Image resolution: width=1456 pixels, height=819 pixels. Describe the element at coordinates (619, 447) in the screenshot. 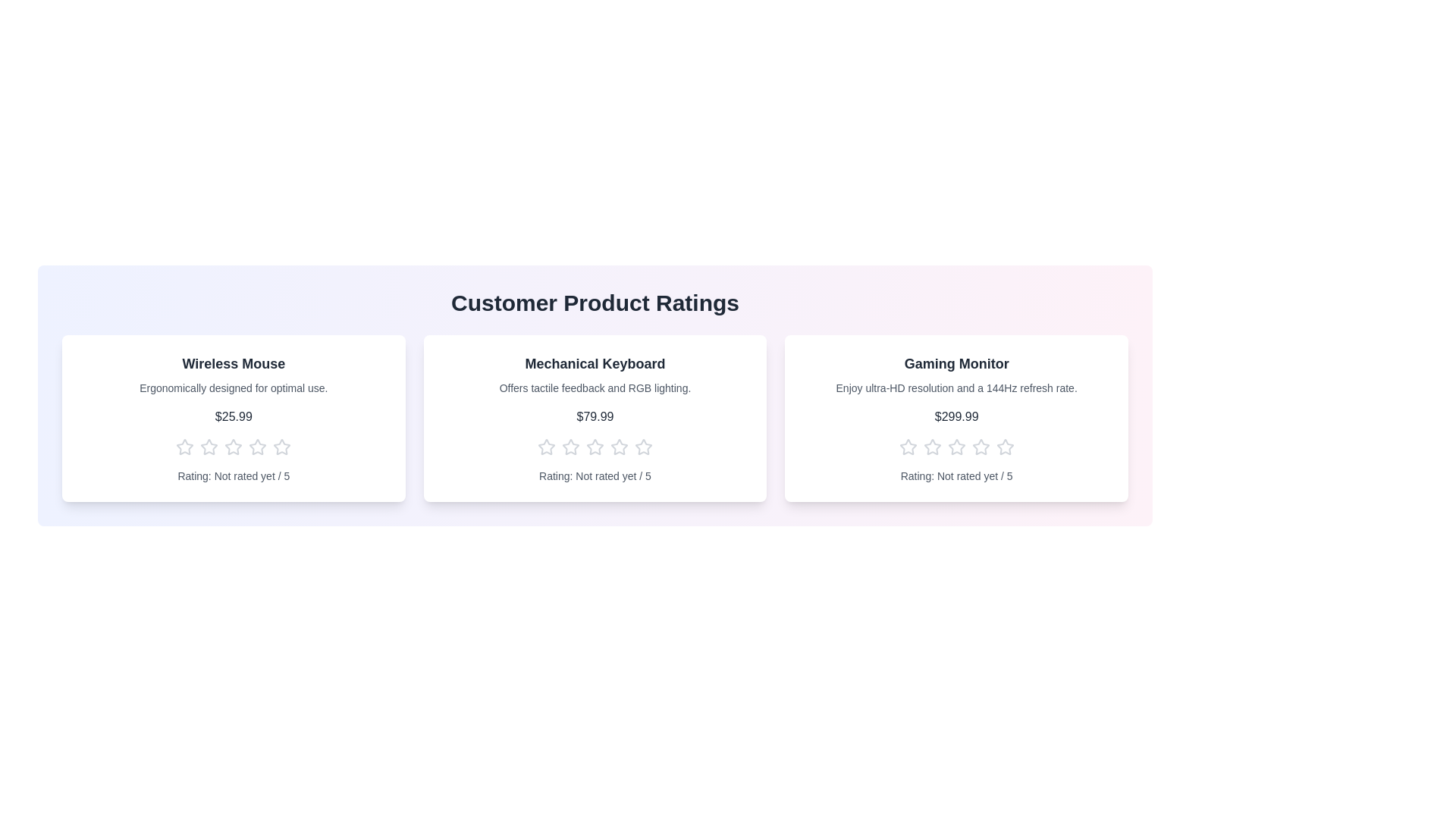

I see `the star corresponding to the rating 4 for the product Mechanical Keyboard` at that location.